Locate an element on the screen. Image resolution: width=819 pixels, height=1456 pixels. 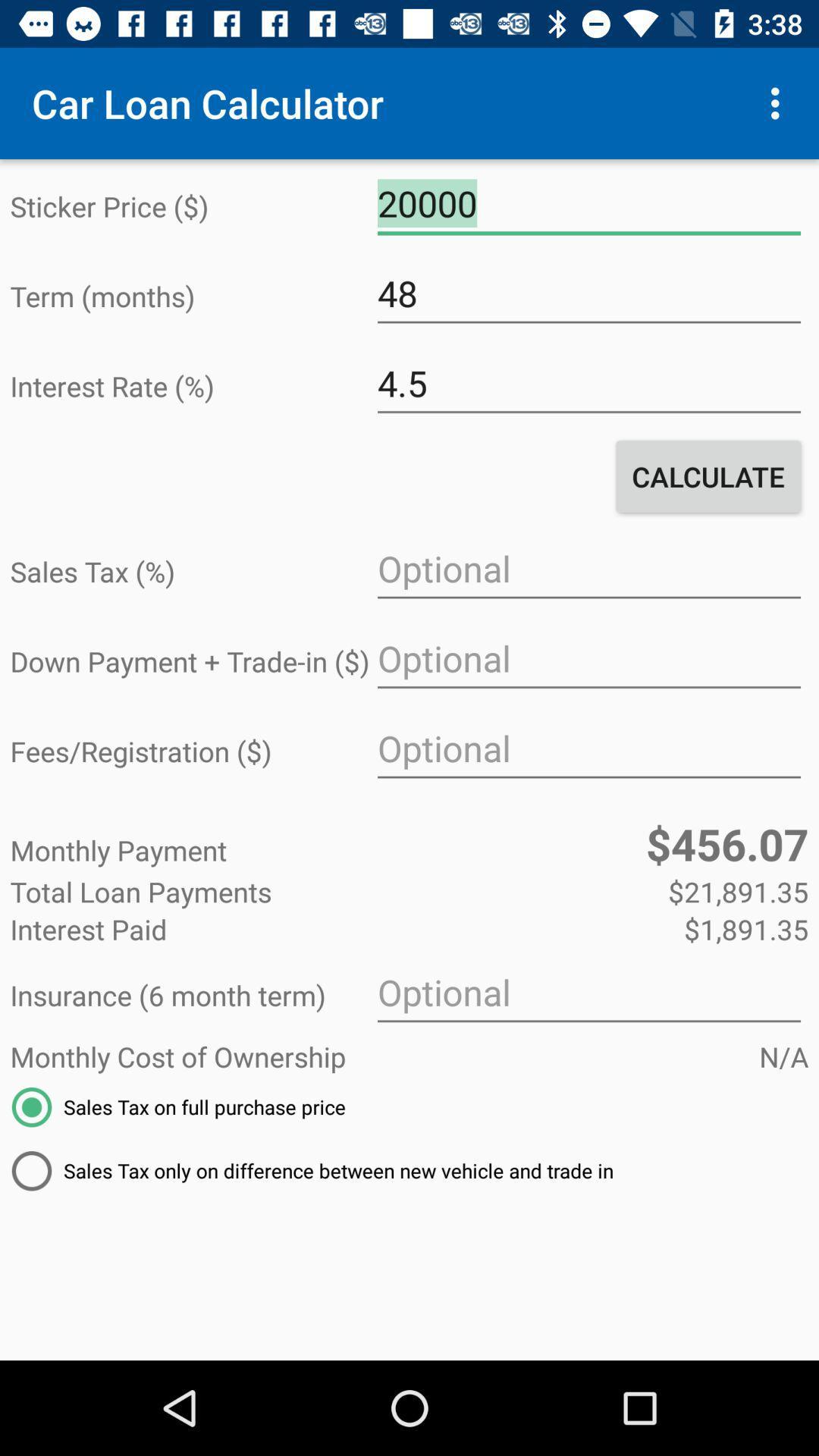
the item below interest paid is located at coordinates (588, 993).